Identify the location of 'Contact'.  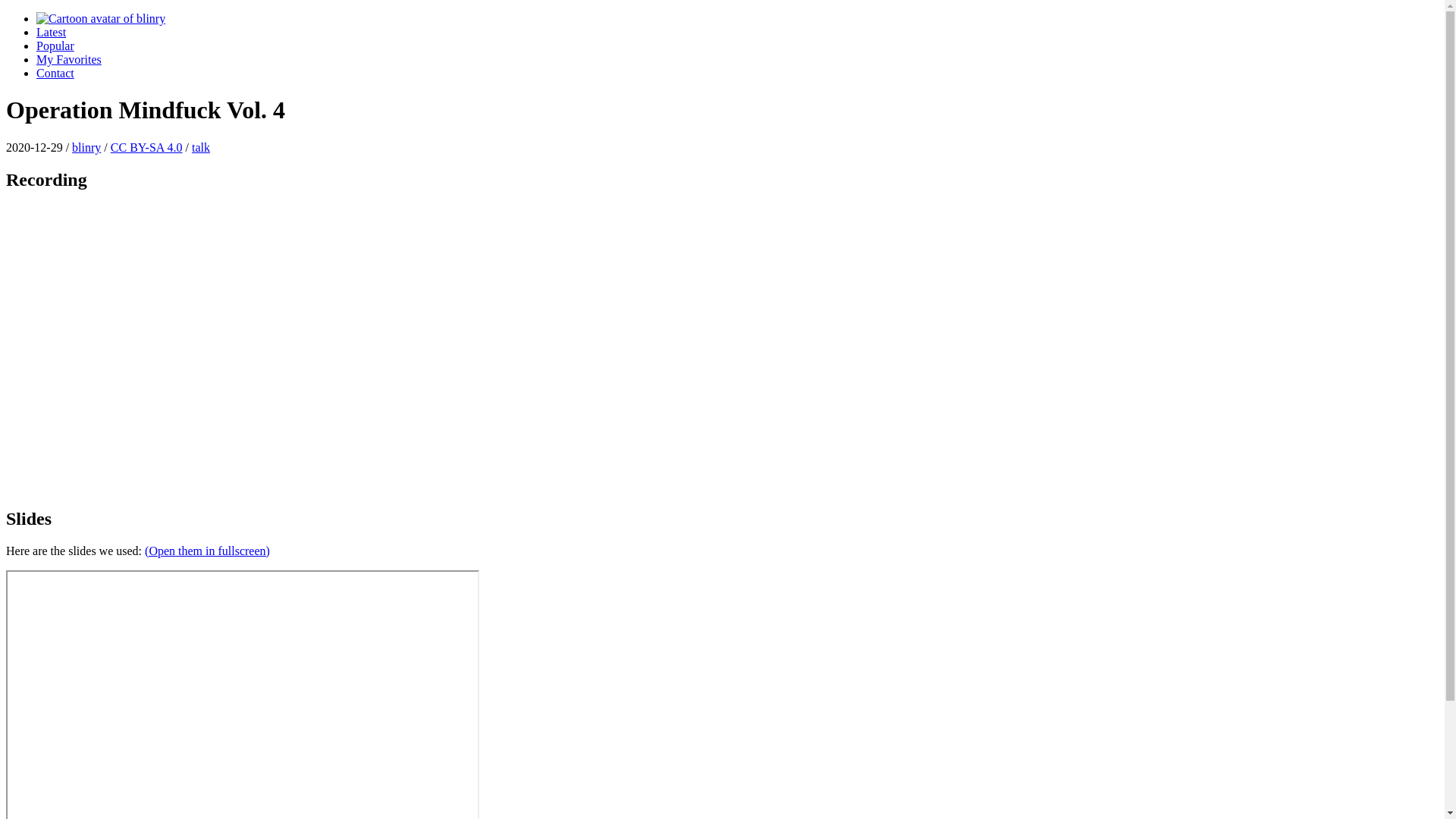
(55, 73).